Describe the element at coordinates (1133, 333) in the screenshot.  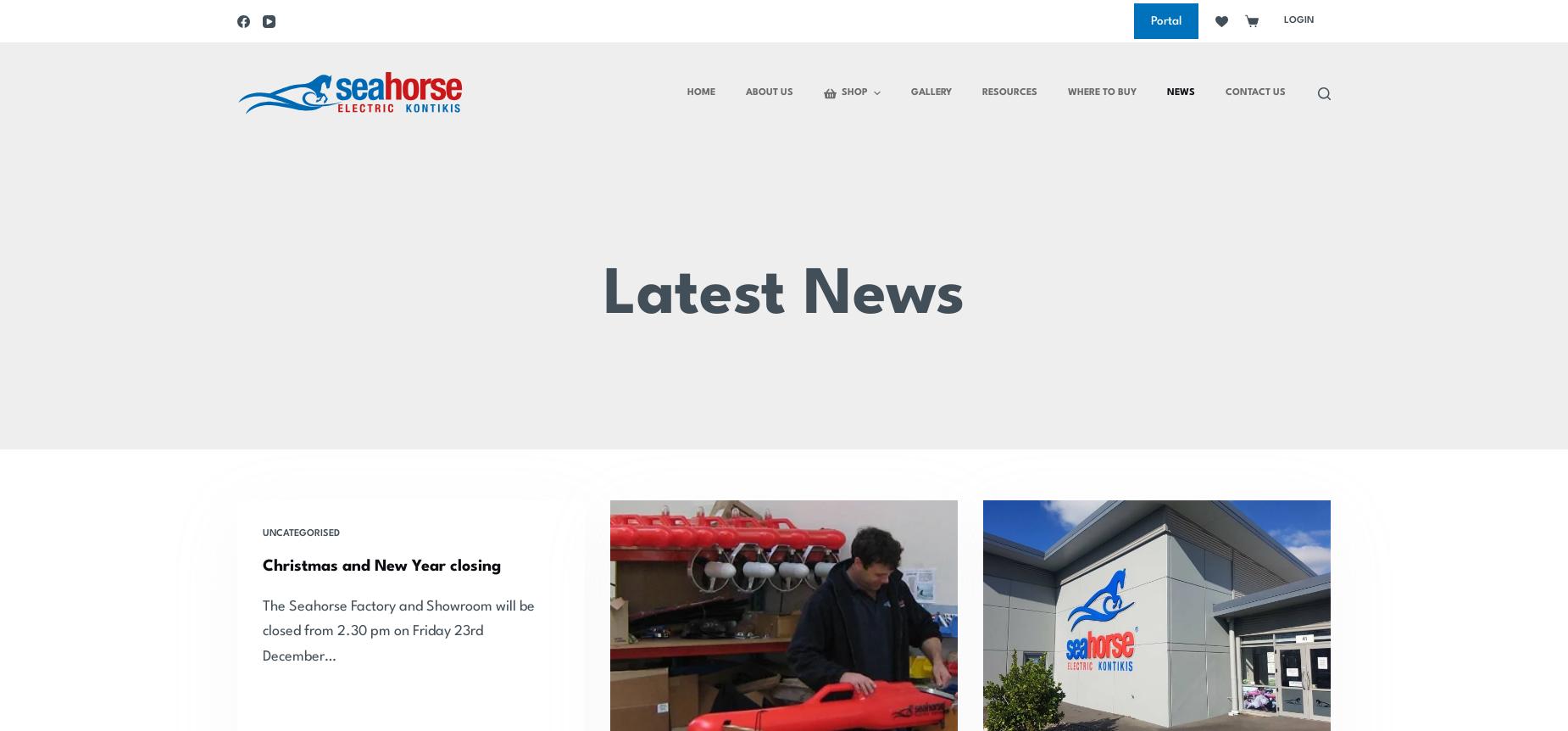
I see `'Who Are We And What Do We Do?'` at that location.